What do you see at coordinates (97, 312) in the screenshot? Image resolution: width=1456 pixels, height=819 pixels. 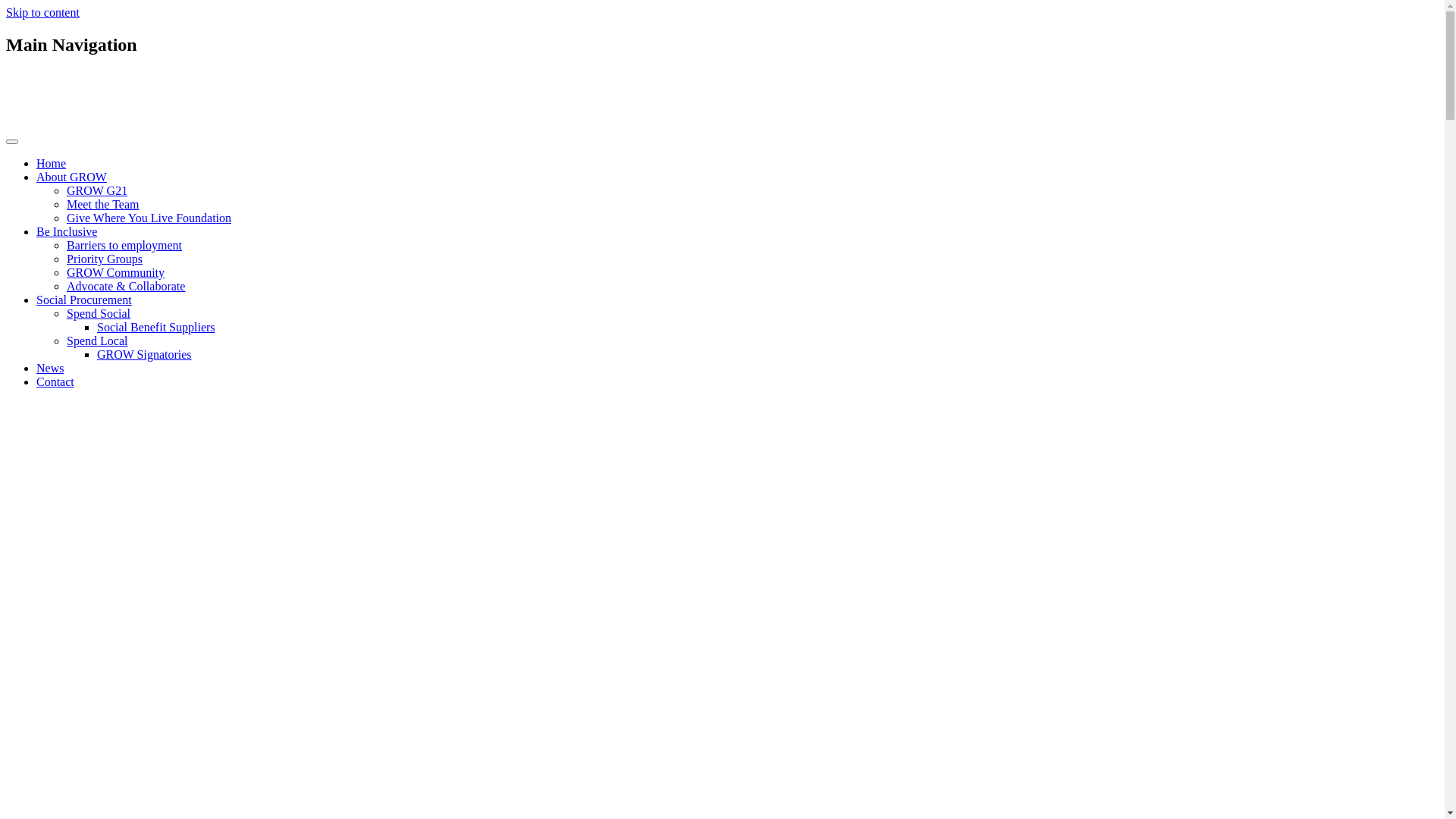 I see `'Spend Social'` at bounding box center [97, 312].